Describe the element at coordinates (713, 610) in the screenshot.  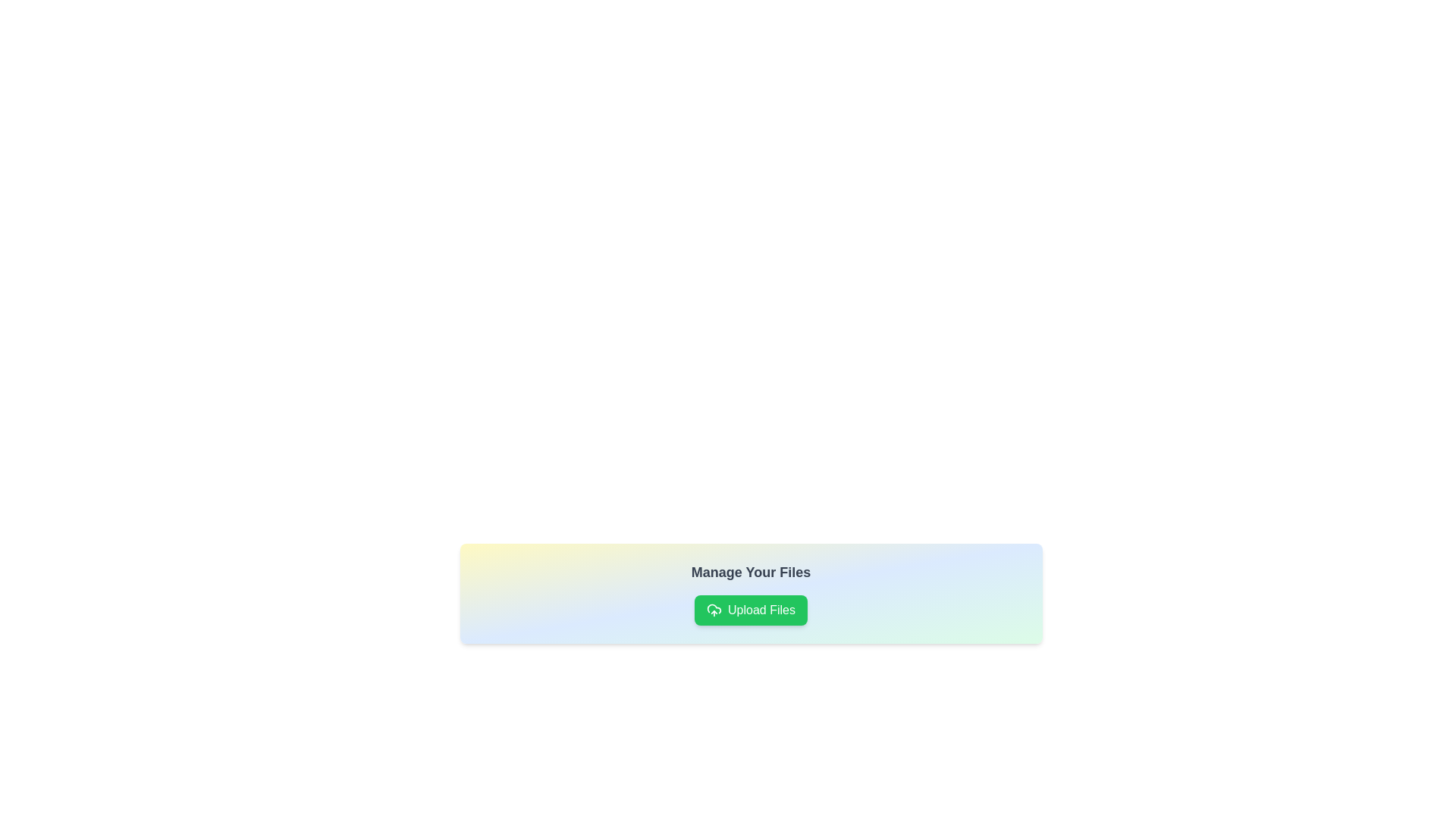
I see `the 'Upload Files' button that contains a cloud-shaped icon with an upward arrow to initiate the upload action` at that location.